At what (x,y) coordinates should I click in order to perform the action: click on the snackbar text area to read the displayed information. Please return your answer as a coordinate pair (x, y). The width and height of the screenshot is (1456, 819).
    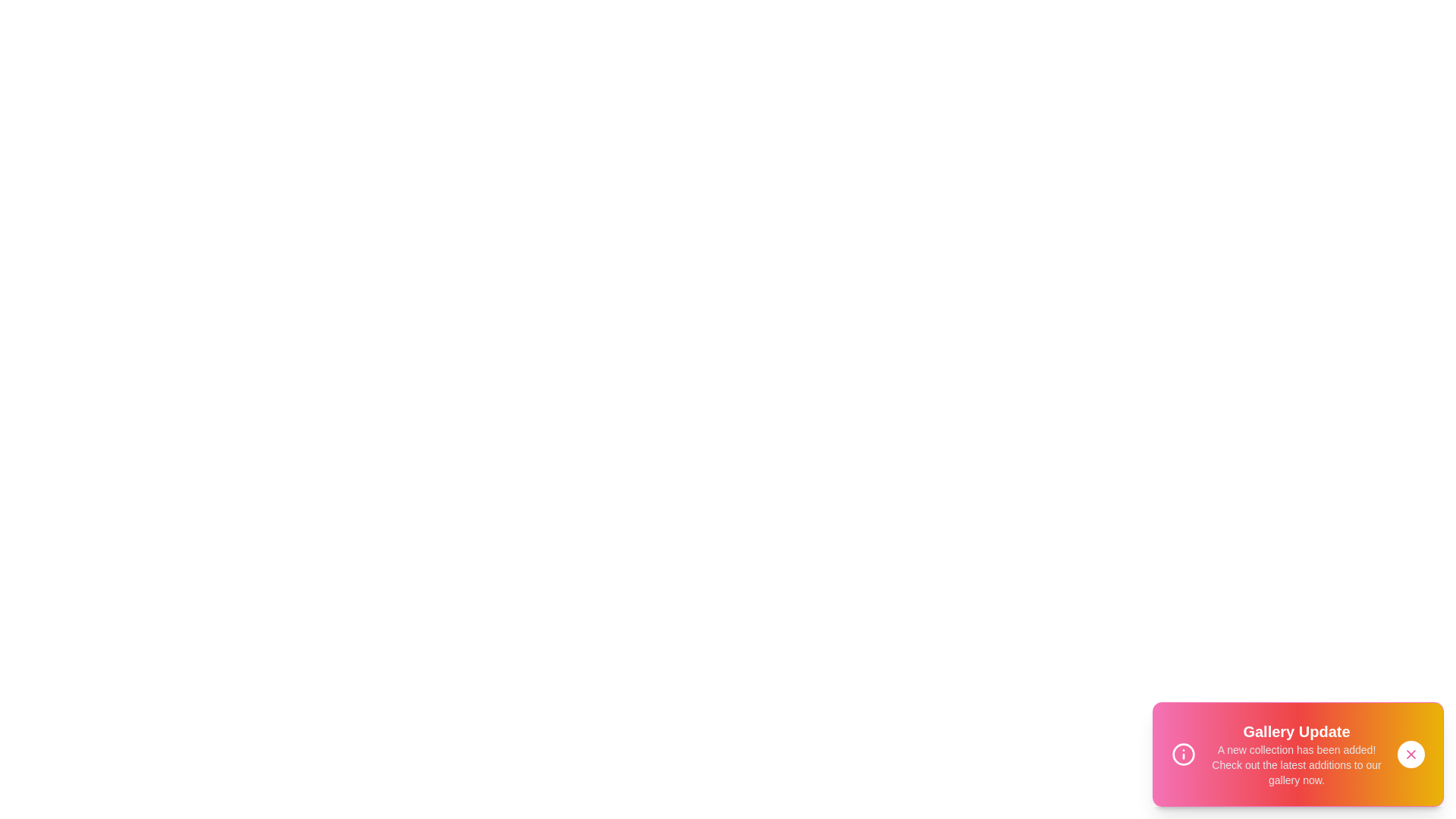
    Looking at the image, I should click on (1295, 755).